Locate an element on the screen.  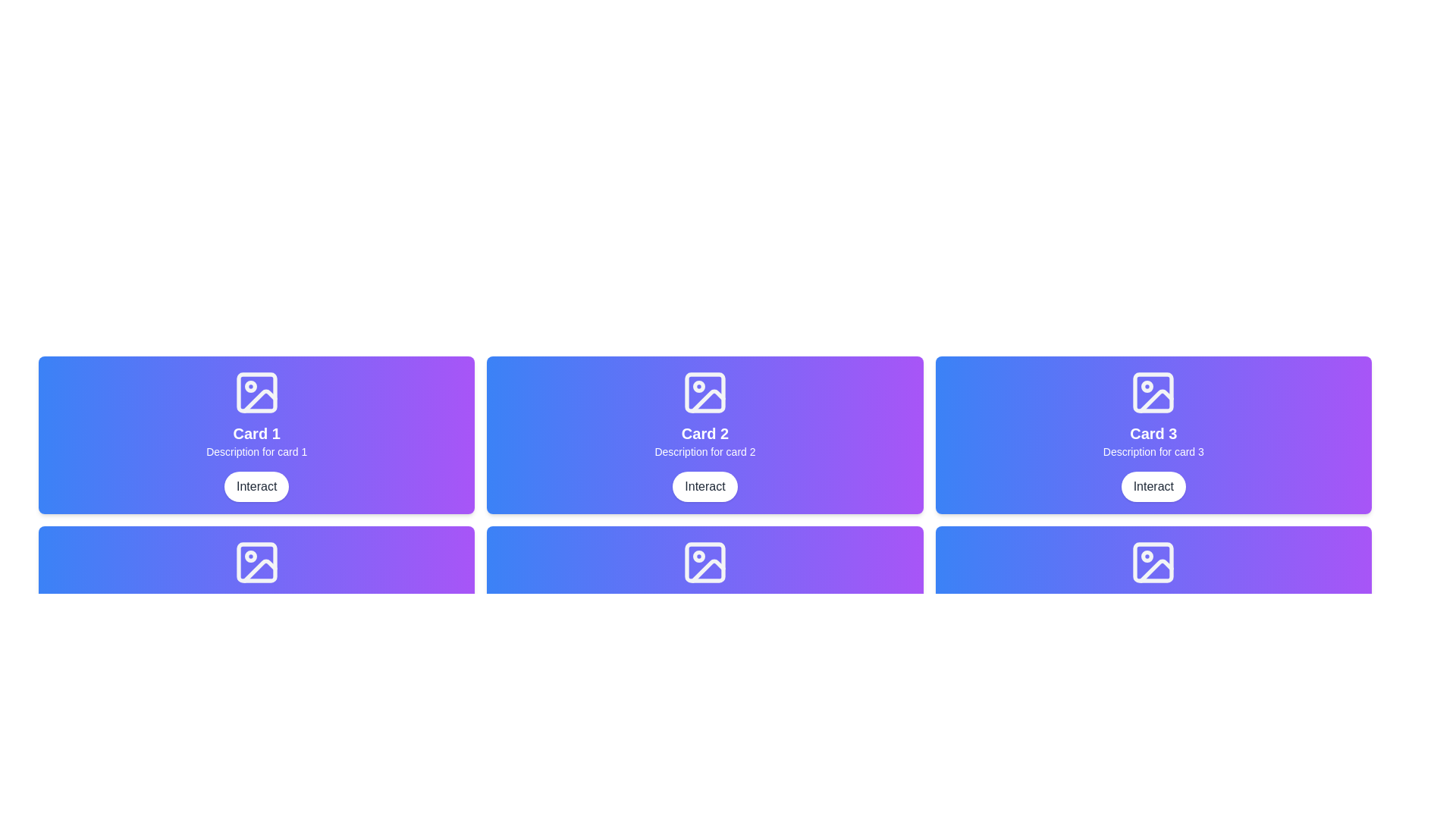
the Image Icon located at the center of the lower panel below the card labeled 'Card 2', which visually represents an image or graphic content is located at coordinates (704, 562).